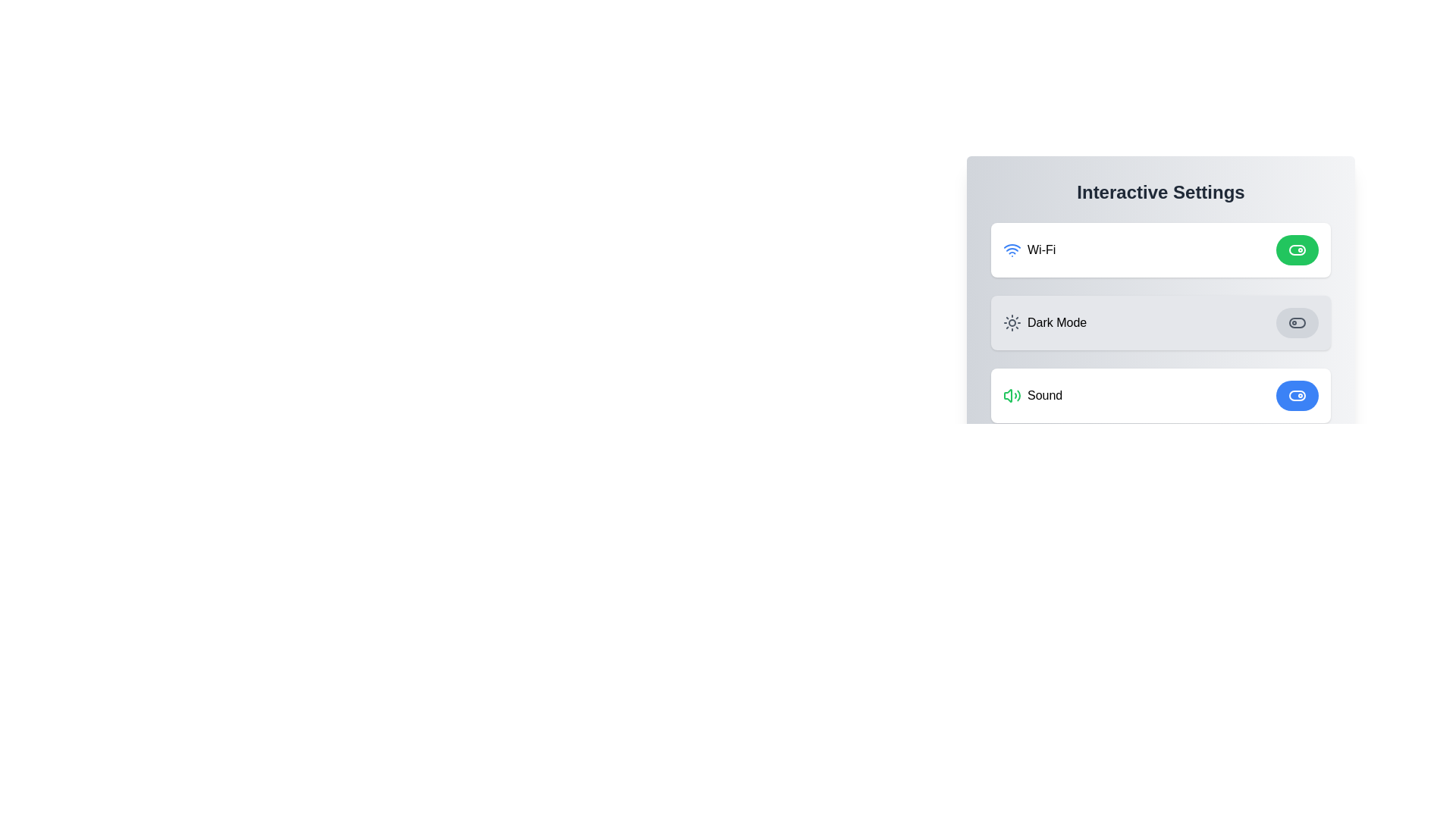 Image resolution: width=1456 pixels, height=819 pixels. Describe the element at coordinates (1012, 245) in the screenshot. I see `the second arc of the Wi-Fi signal icon, which visually indicates connectivity` at that location.